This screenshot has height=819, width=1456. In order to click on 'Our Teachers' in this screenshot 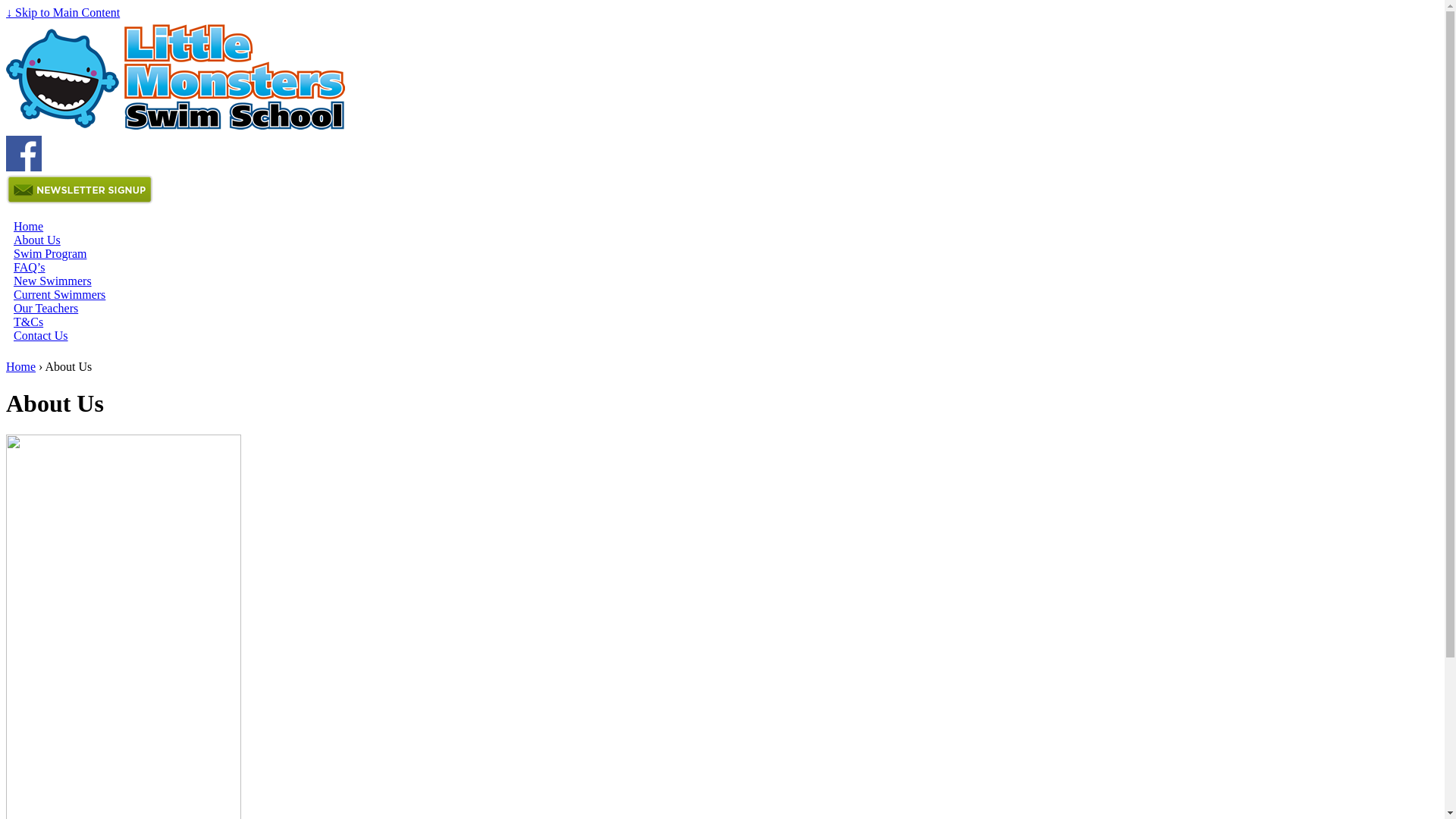, I will do `click(45, 307)`.